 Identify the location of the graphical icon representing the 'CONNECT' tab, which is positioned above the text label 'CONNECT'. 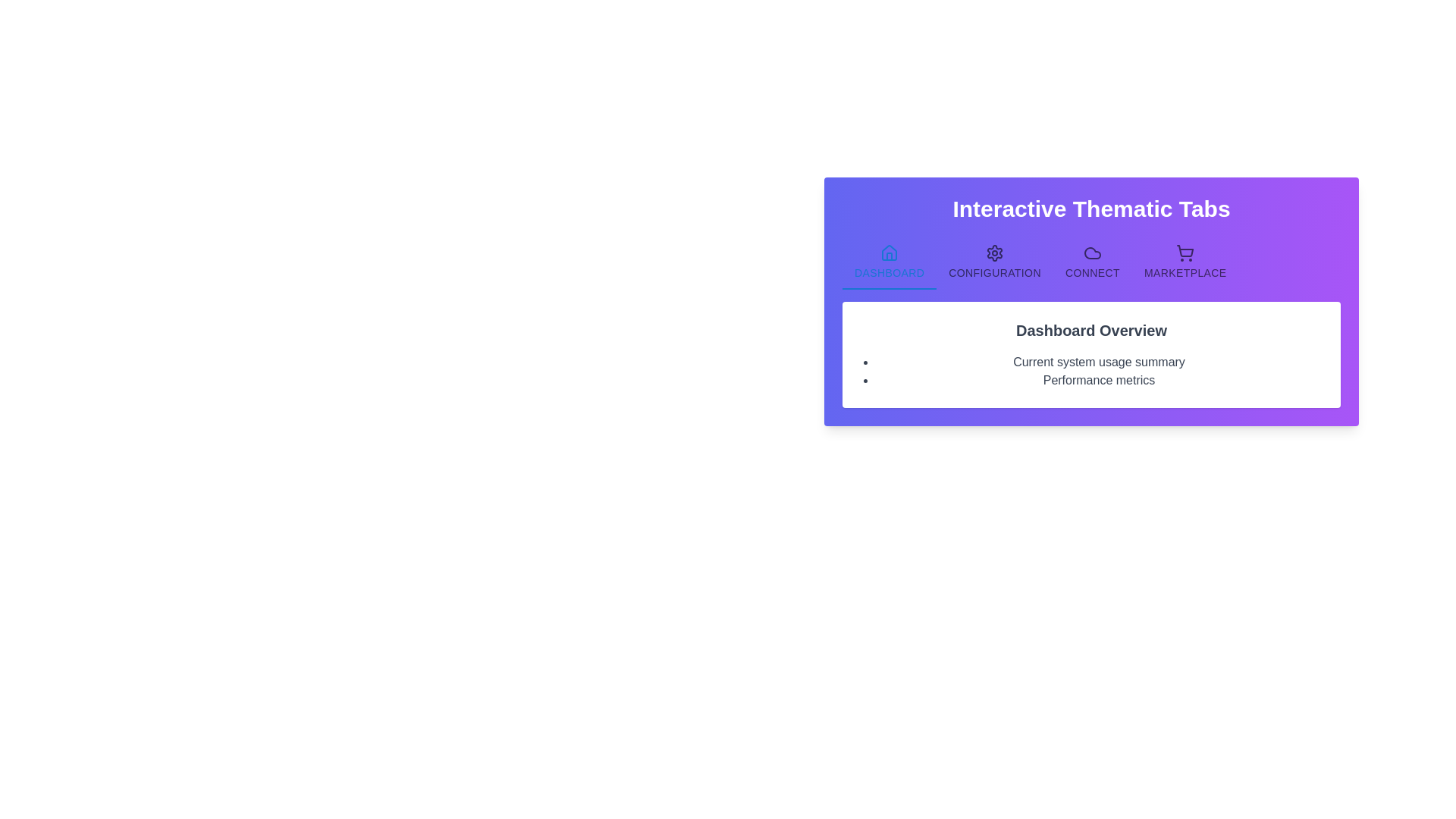
(1092, 253).